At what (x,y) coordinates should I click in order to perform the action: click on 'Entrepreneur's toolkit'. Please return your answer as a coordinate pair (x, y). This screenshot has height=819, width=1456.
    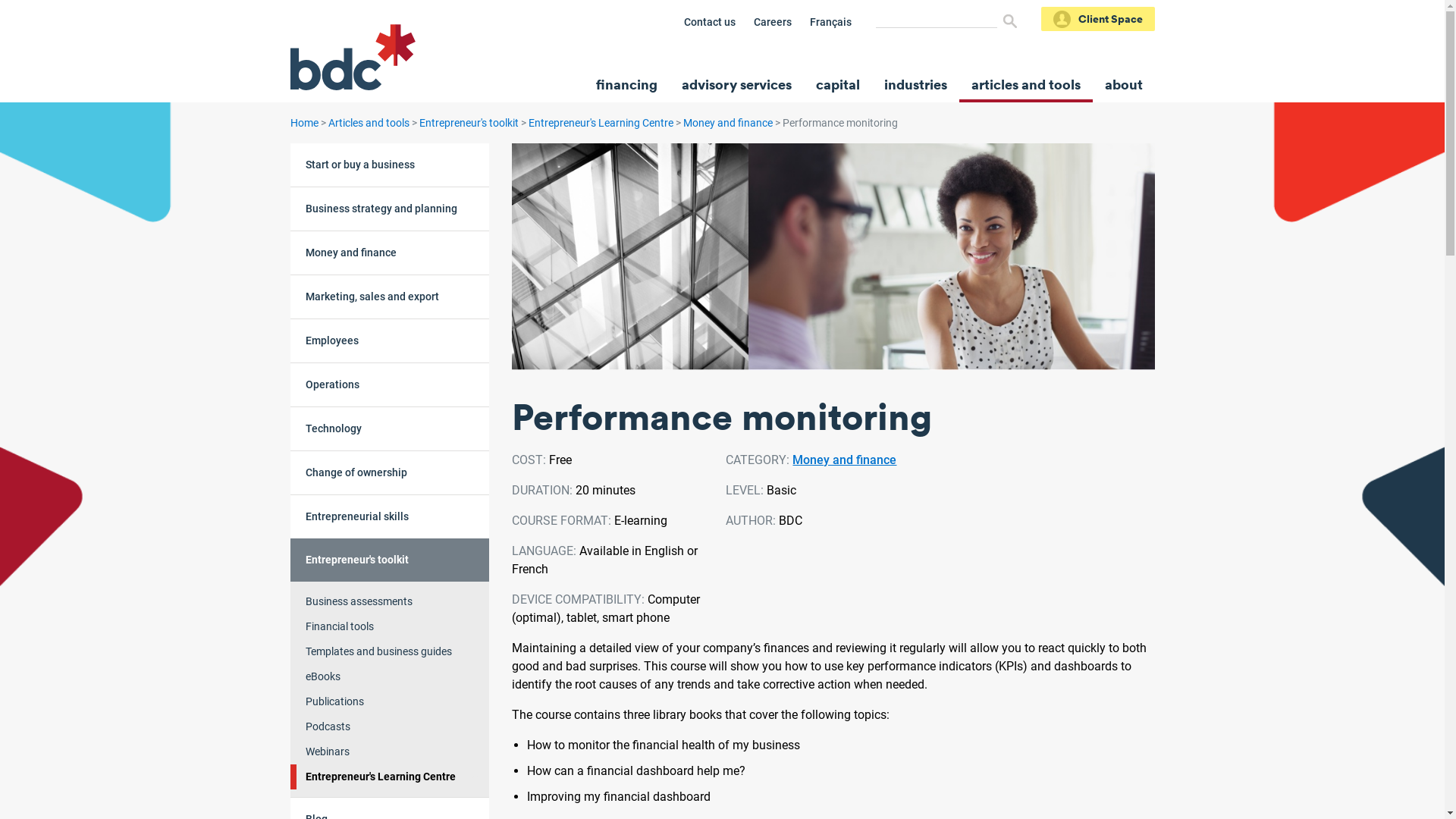
    Looking at the image, I should click on (467, 122).